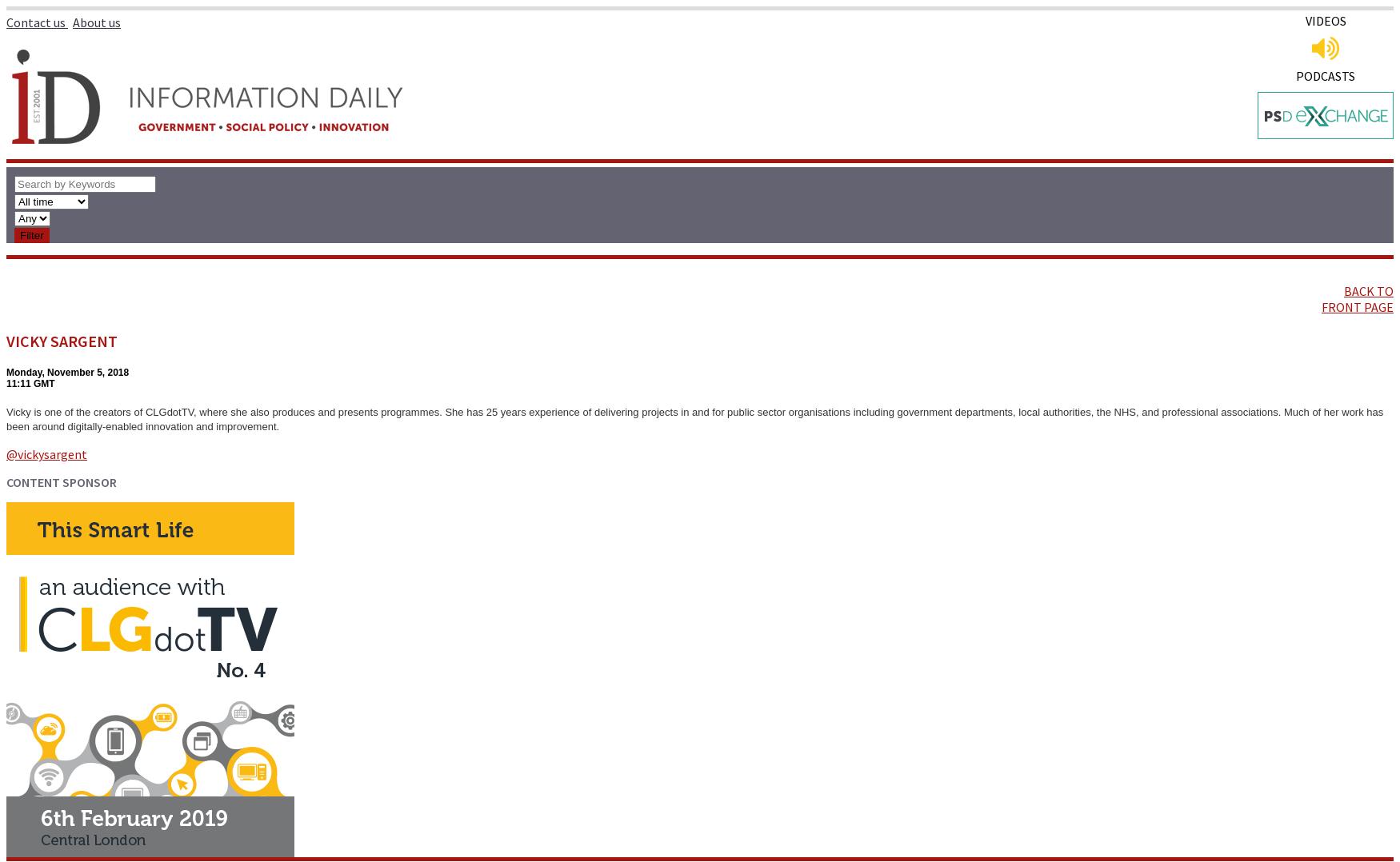 Image resolution: width=1400 pixels, height=862 pixels. I want to click on 'Content Sponsor', so click(62, 482).